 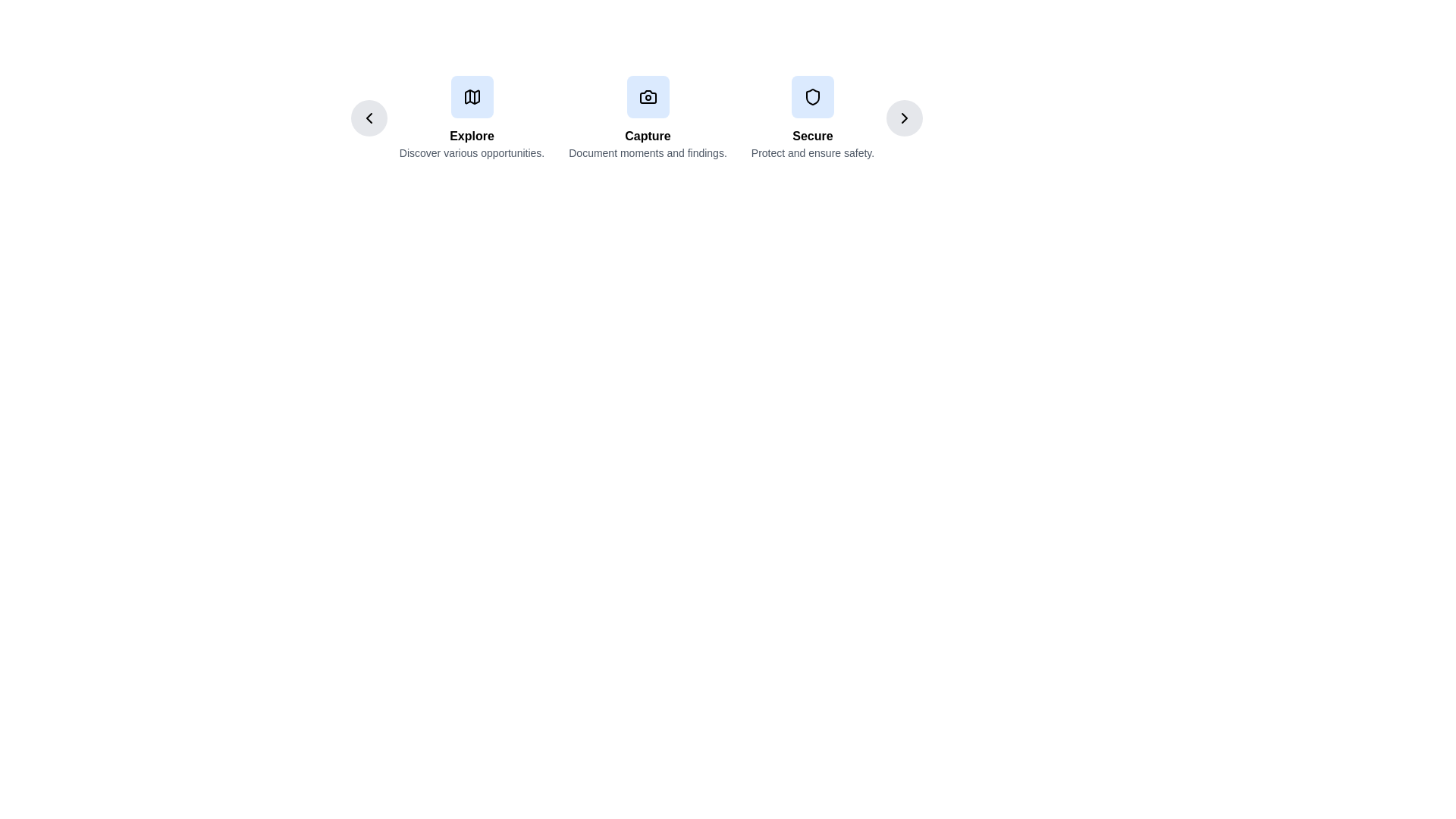 What do you see at coordinates (811, 96) in the screenshot?
I see `the shield icon in the 'Secure' section to trigger a tooltip or visual effect` at bounding box center [811, 96].